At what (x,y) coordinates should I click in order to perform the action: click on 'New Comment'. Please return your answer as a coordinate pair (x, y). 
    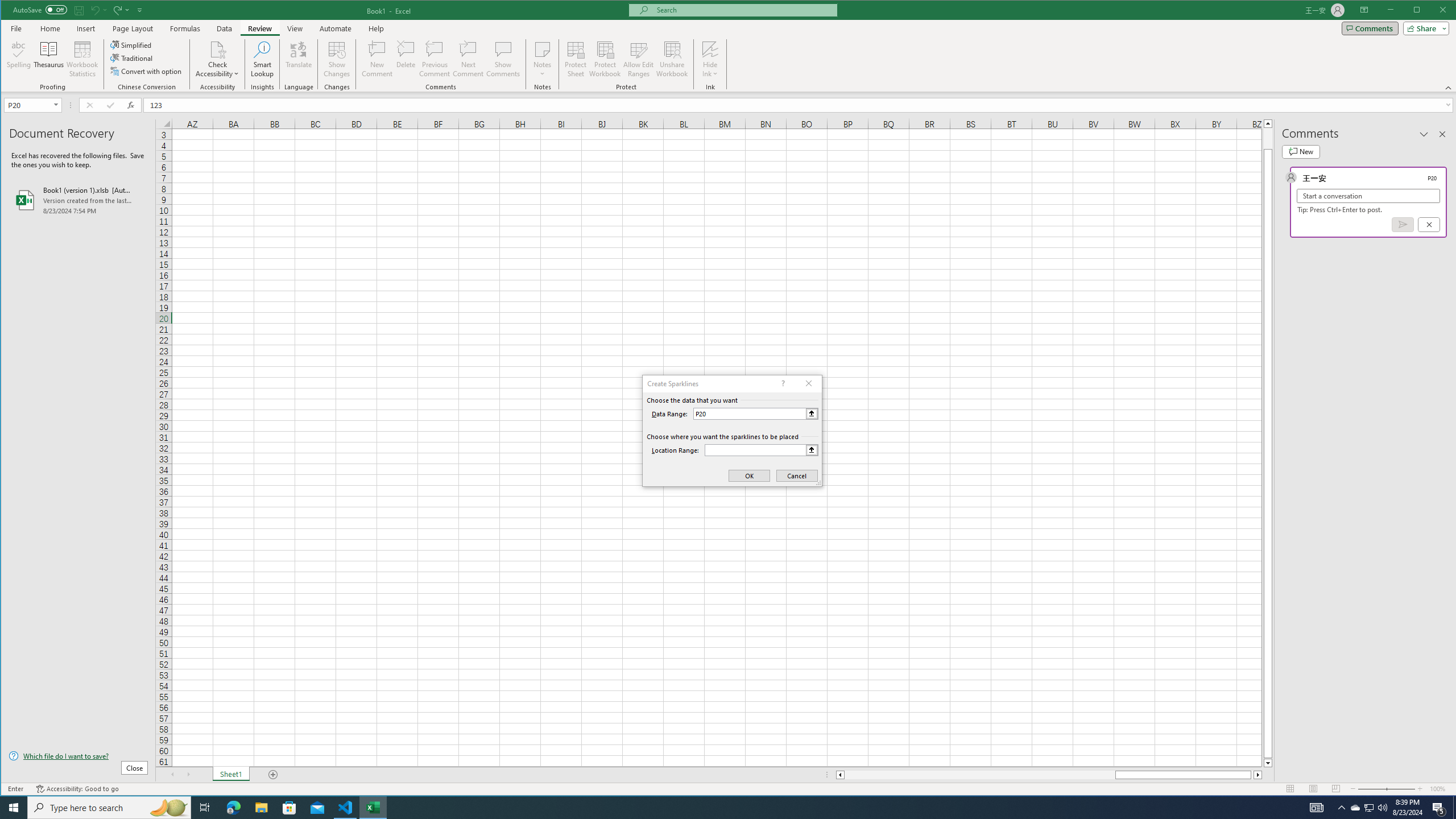
    Looking at the image, I should click on (378, 59).